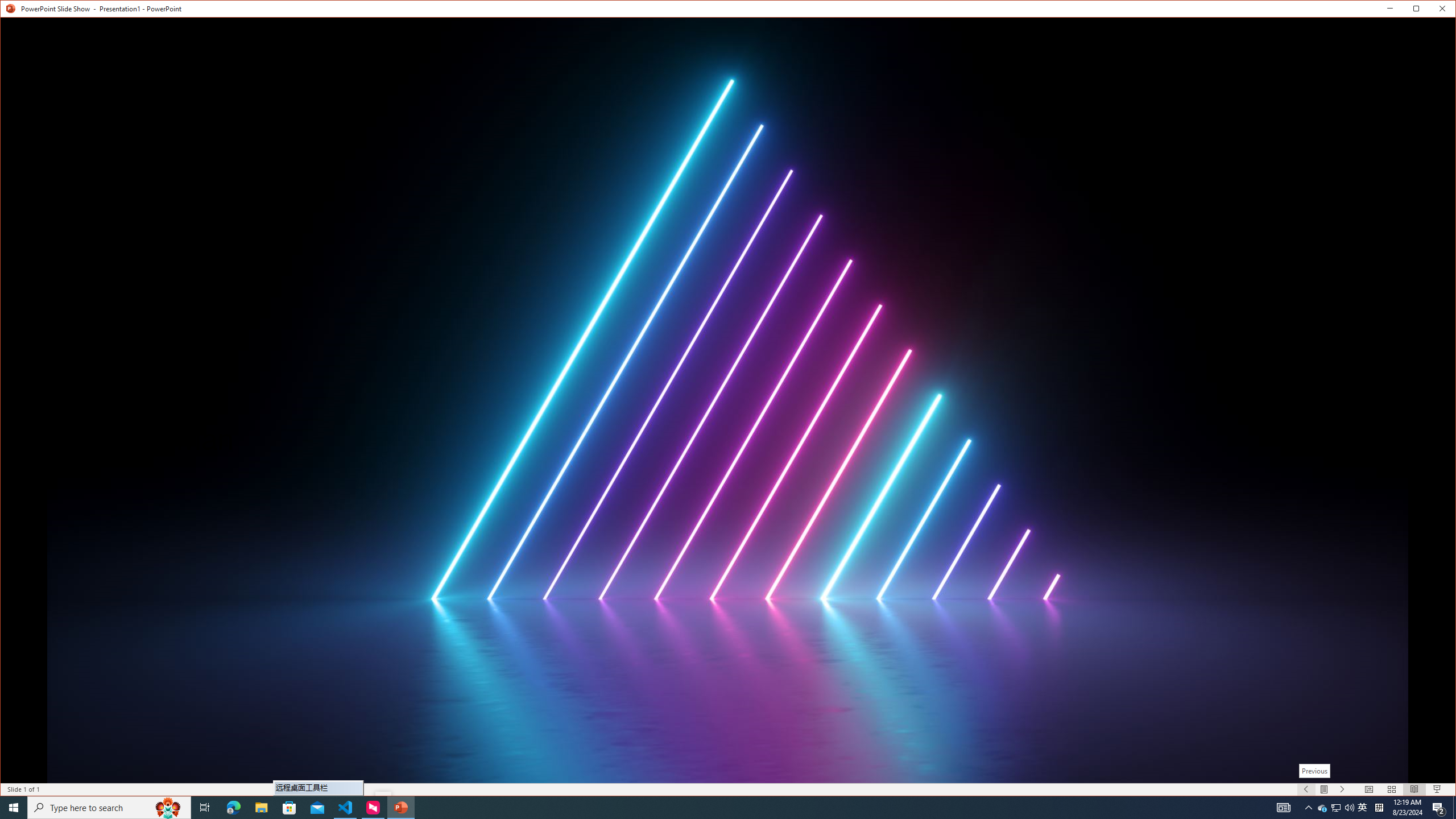  I want to click on 'Menu On', so click(1324, 789).